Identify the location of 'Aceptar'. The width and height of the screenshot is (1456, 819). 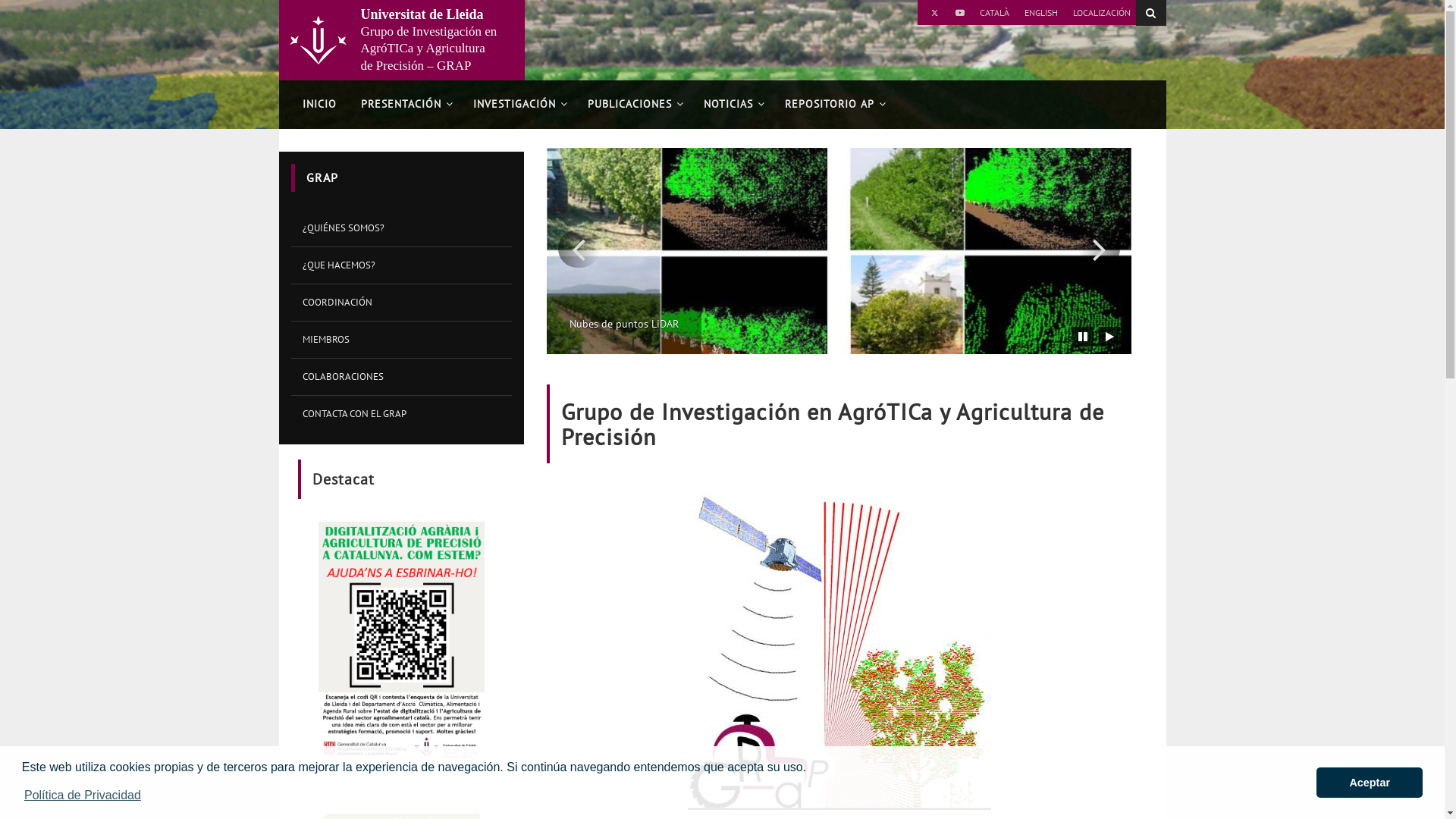
(1316, 783).